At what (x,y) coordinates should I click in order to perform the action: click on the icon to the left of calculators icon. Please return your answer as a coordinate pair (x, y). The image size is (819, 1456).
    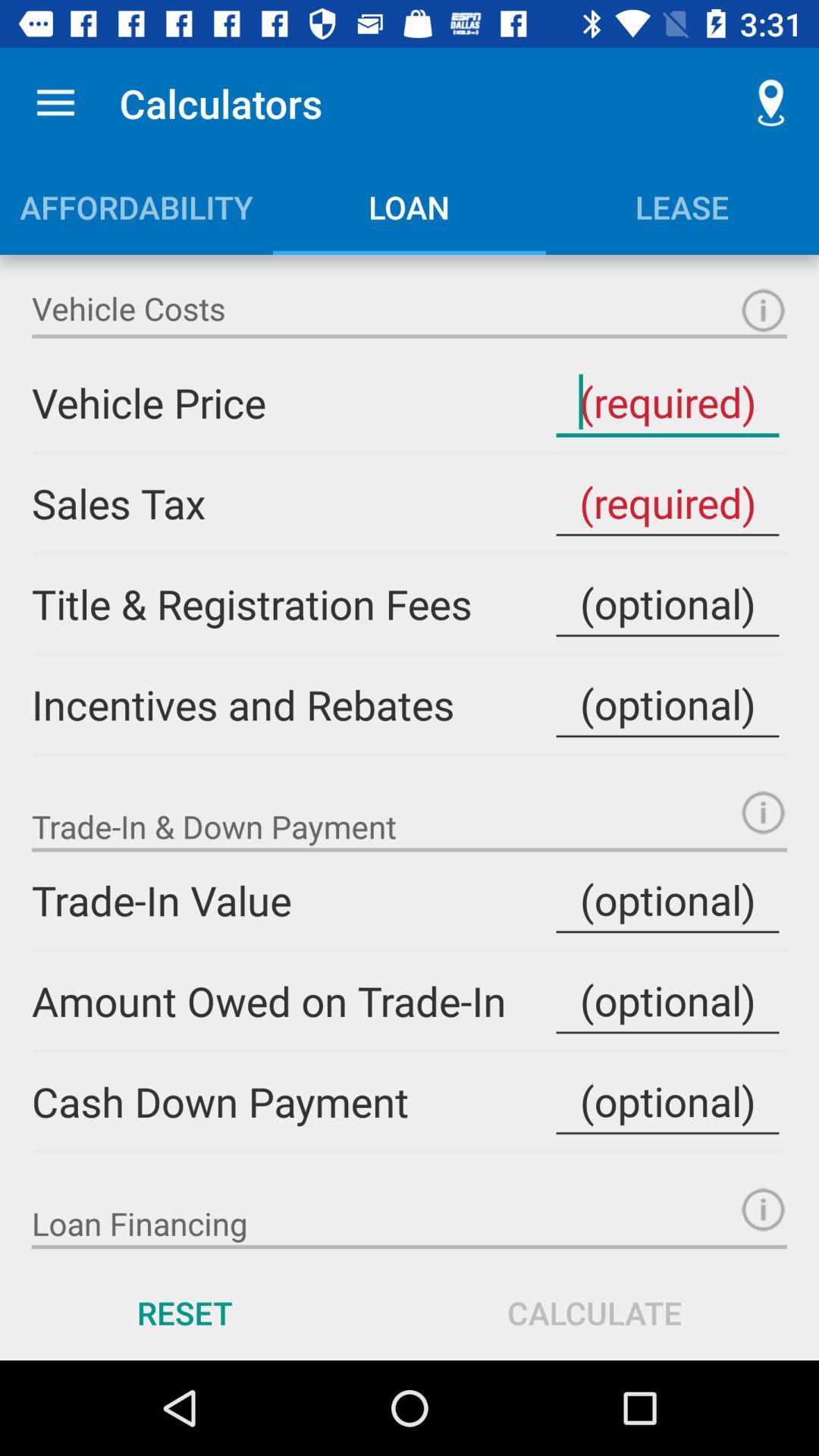
    Looking at the image, I should click on (55, 102).